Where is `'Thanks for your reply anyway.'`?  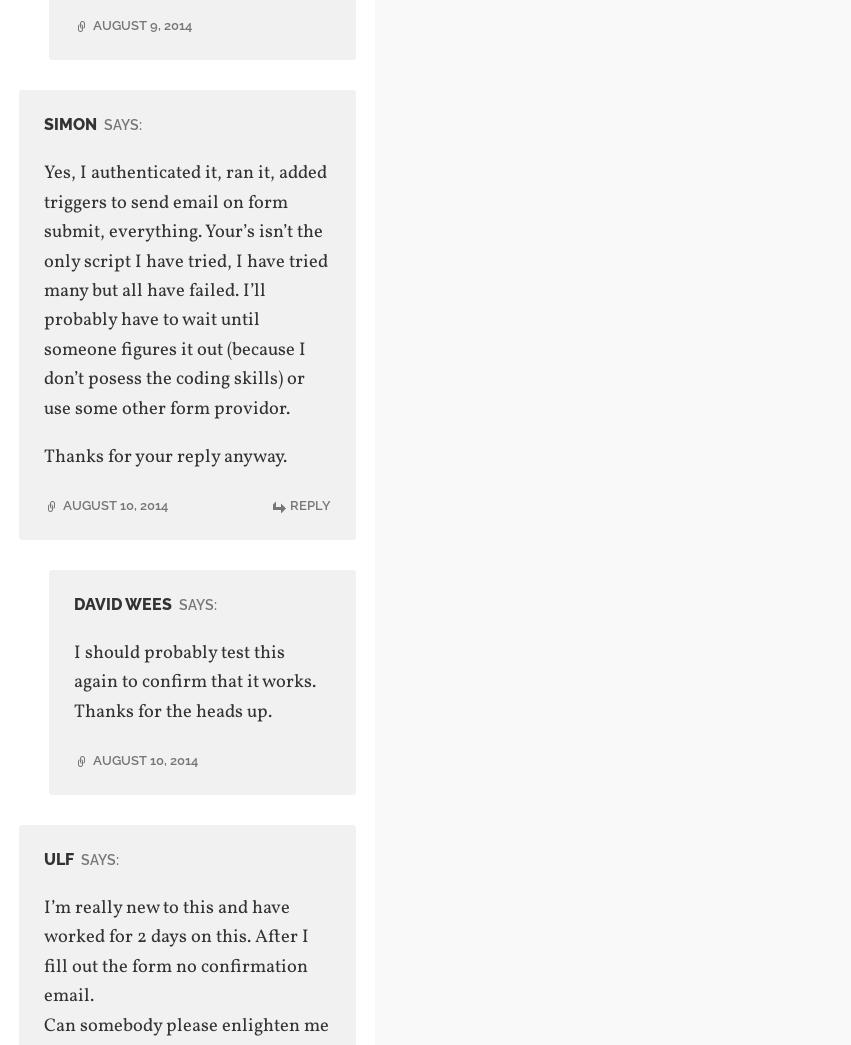 'Thanks for your reply anyway.' is located at coordinates (163, 456).